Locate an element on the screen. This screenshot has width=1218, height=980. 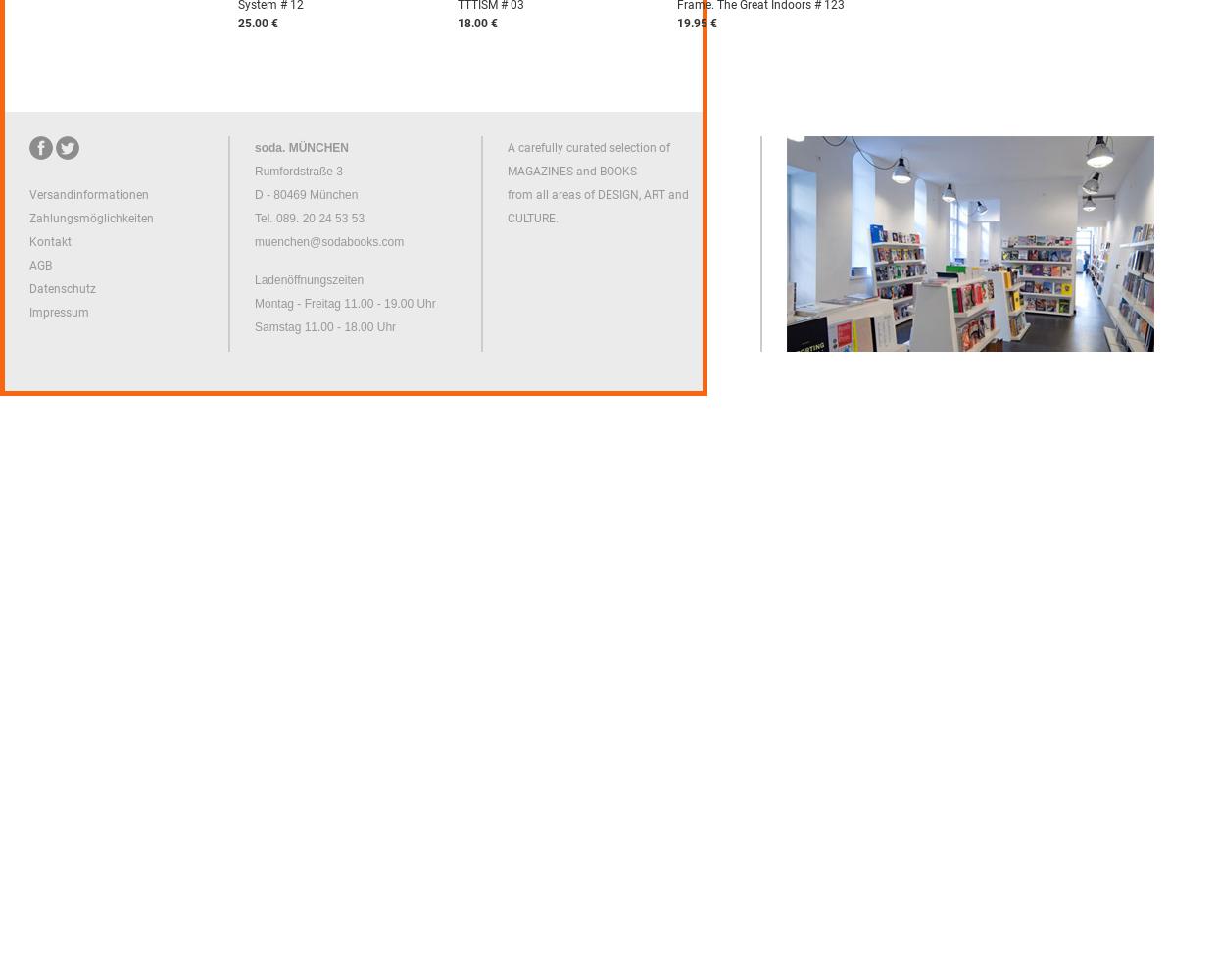
'Montag - Freitag 11.00 - 19.00 Uhr' is located at coordinates (344, 304).